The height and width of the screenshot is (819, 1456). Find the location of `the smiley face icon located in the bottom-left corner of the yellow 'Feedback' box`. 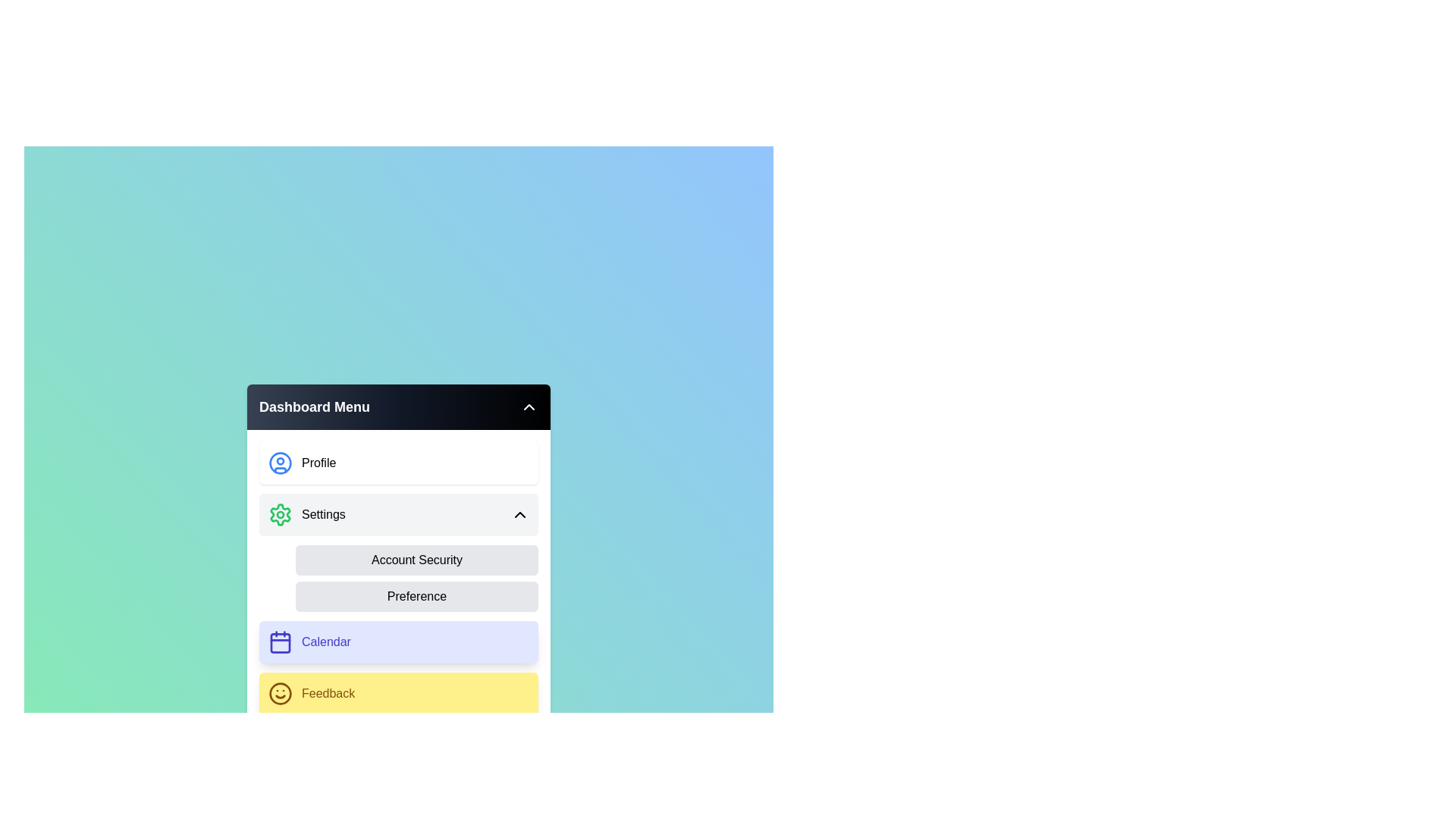

the smiley face icon located in the bottom-left corner of the yellow 'Feedback' box is located at coordinates (280, 693).